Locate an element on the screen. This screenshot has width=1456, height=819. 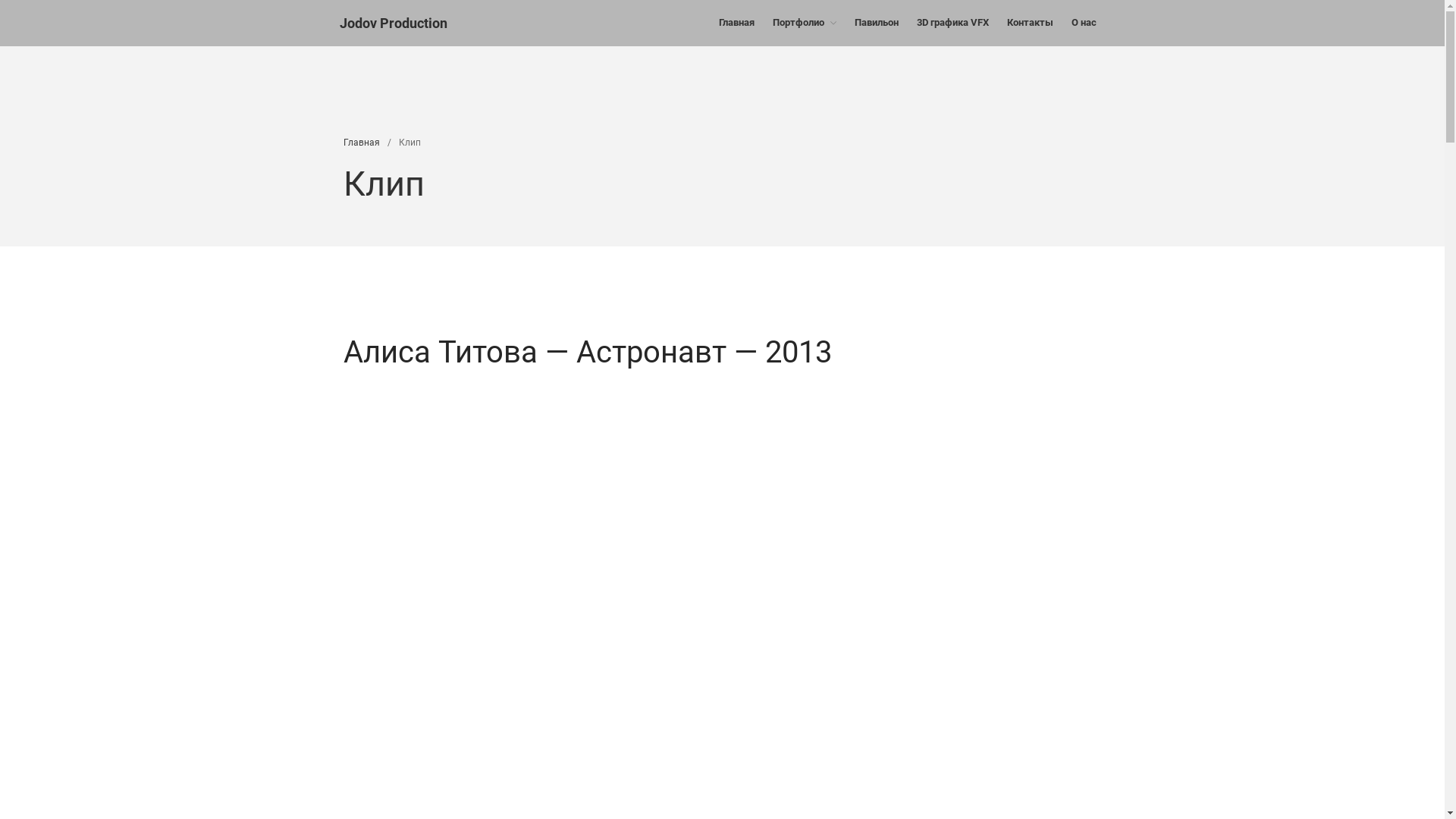
'Jodov Production' is located at coordinates (393, 23).